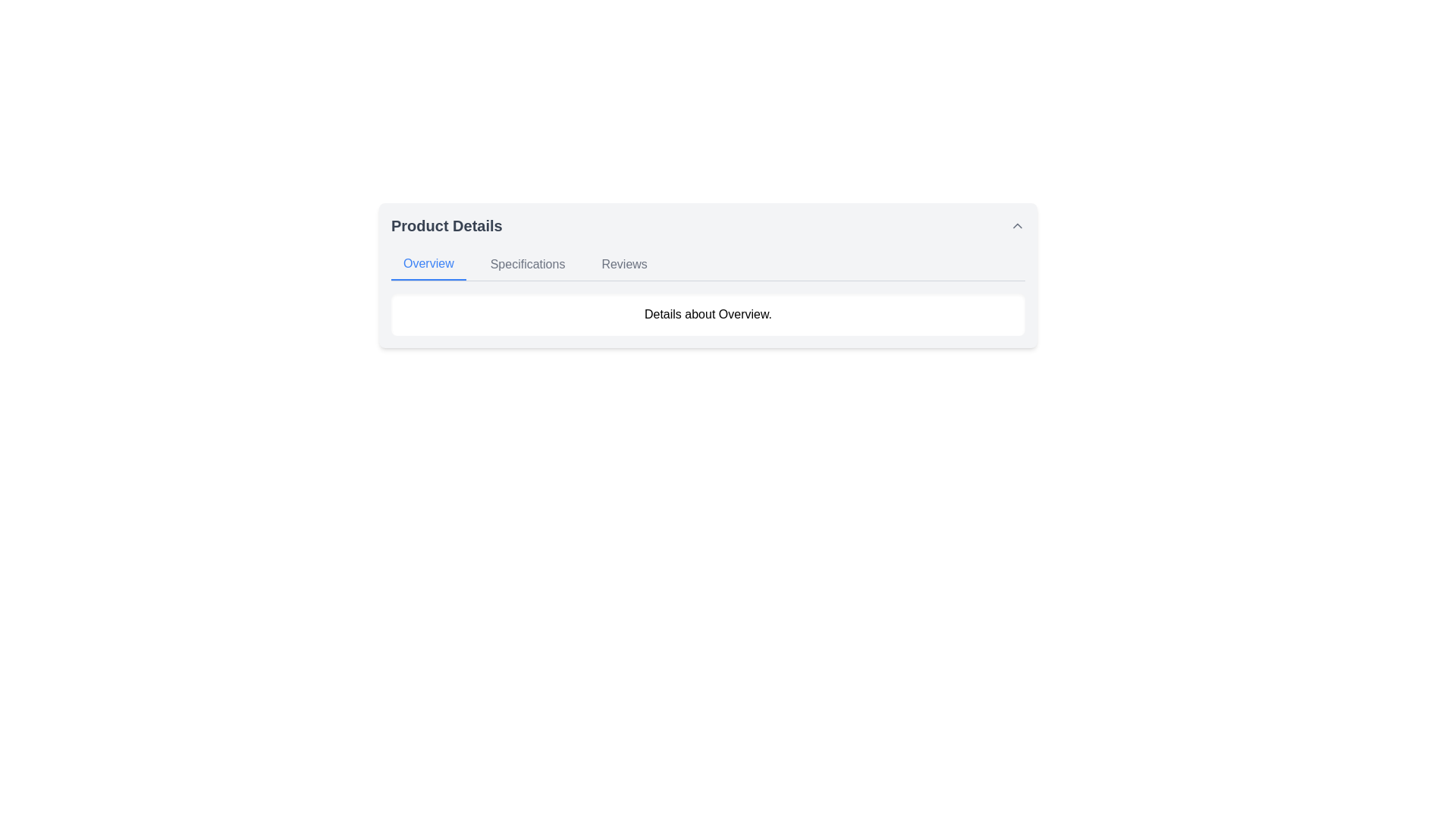 The width and height of the screenshot is (1456, 819). I want to click on the 'Specifications' navigation tab, so click(528, 263).